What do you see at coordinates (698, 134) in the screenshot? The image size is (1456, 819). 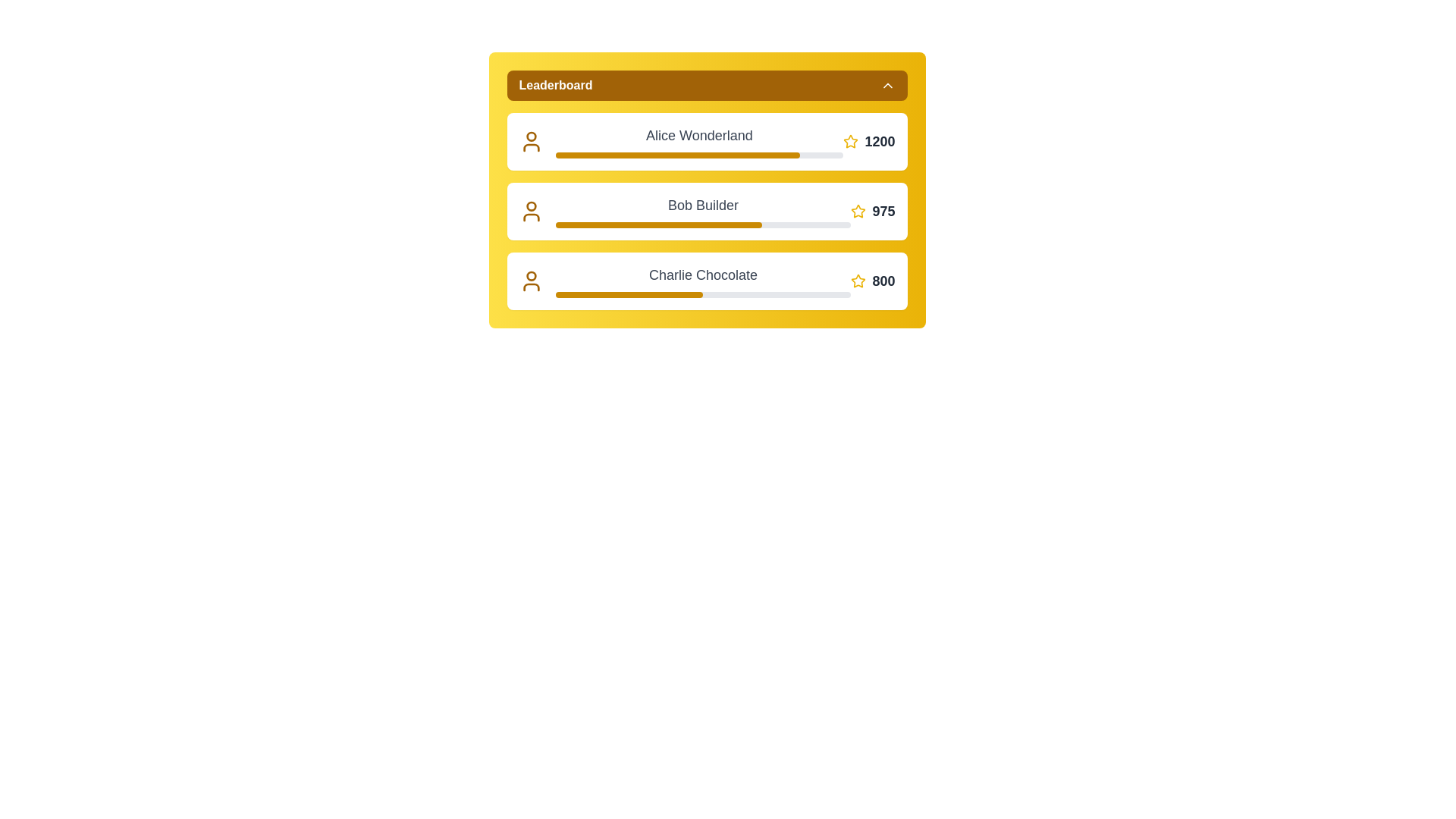 I see `text label displaying the name of the user or participant in the leaderboard interface, located in the first row, between the user avatar icon and the score and star icon` at bounding box center [698, 134].